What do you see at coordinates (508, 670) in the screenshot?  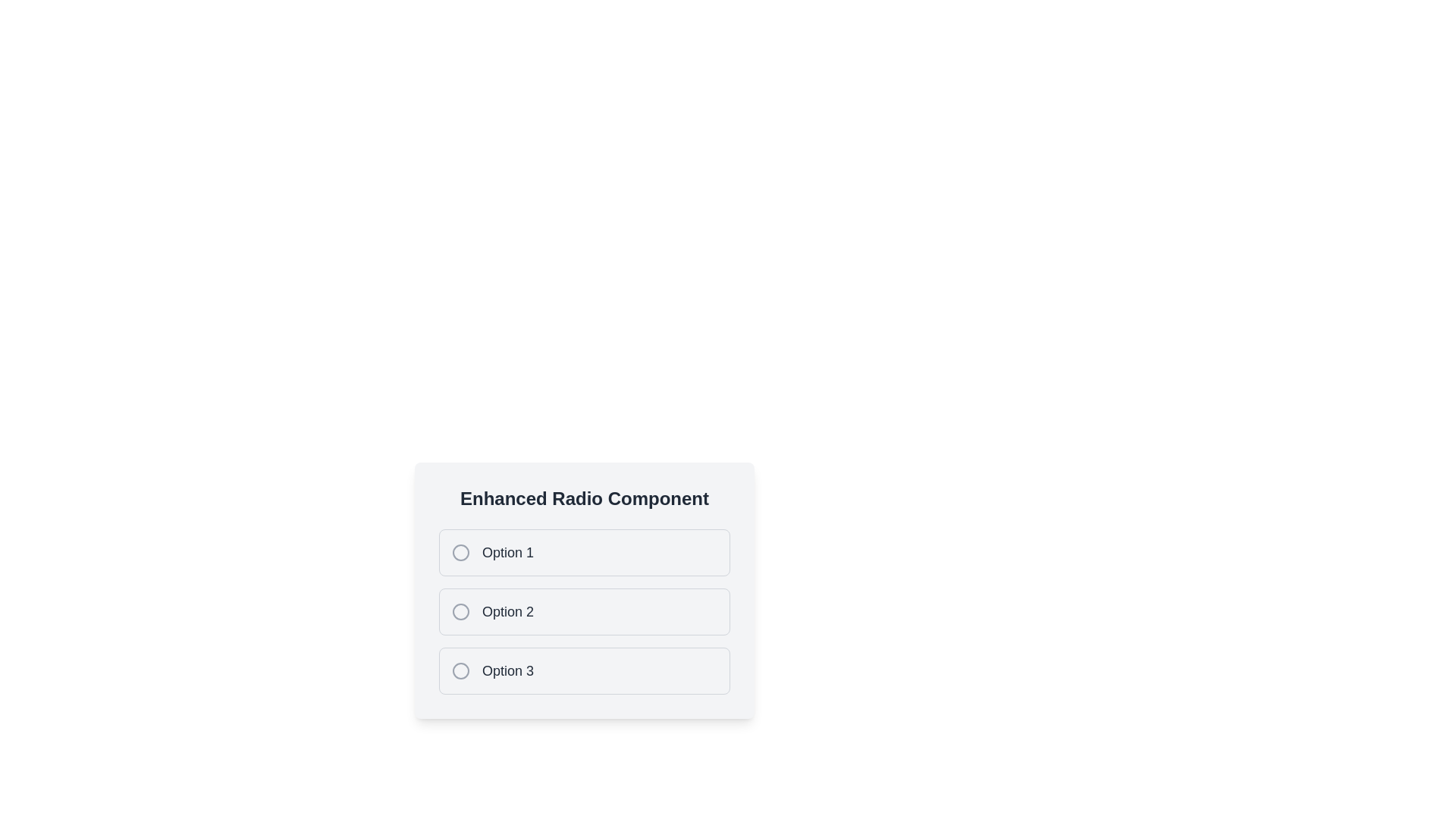 I see `the text label that describes the third selectable radio option in the vertical list of radio buttons` at bounding box center [508, 670].